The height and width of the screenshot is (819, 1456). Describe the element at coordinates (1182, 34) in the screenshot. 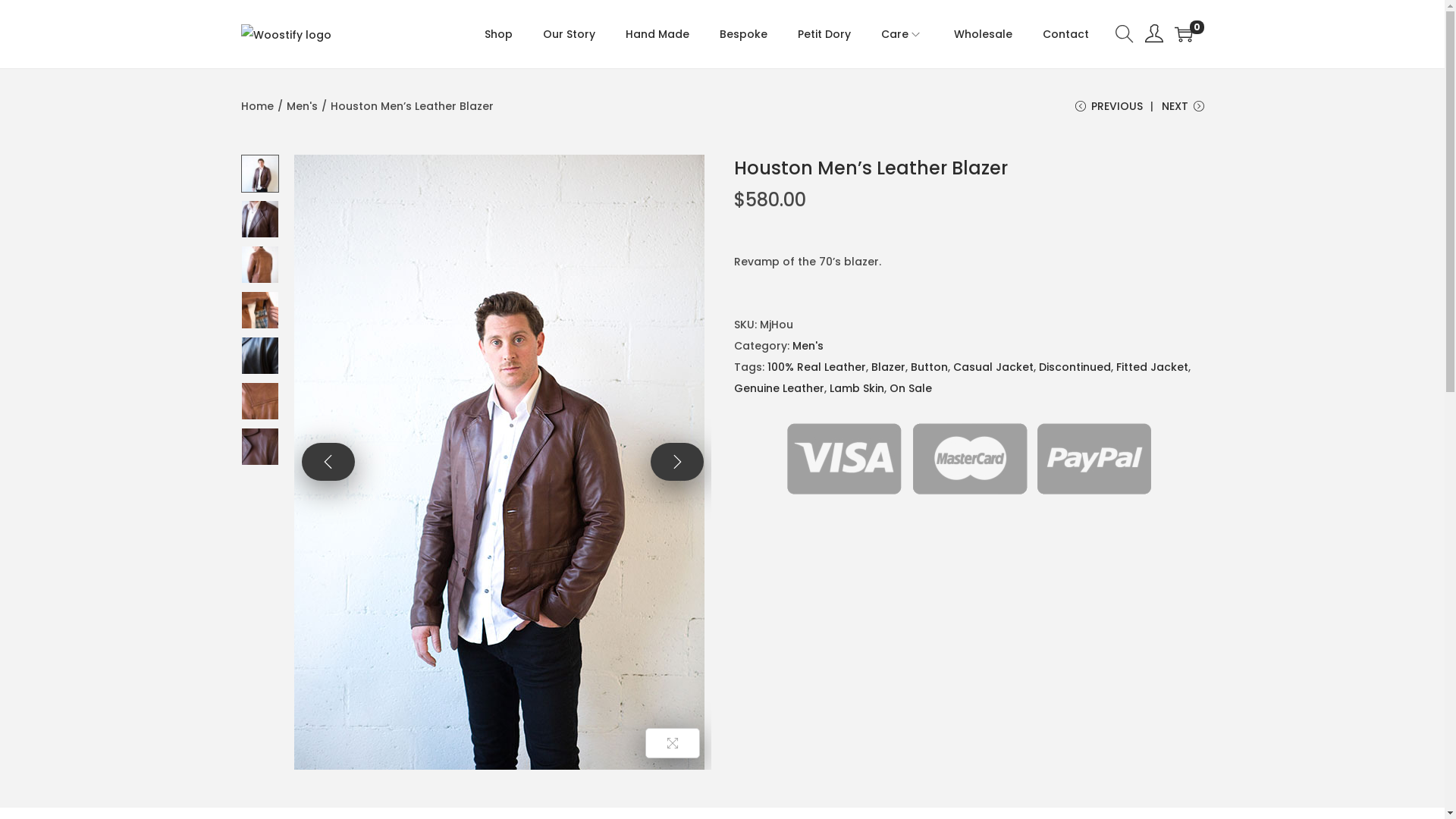

I see `'0'` at that location.